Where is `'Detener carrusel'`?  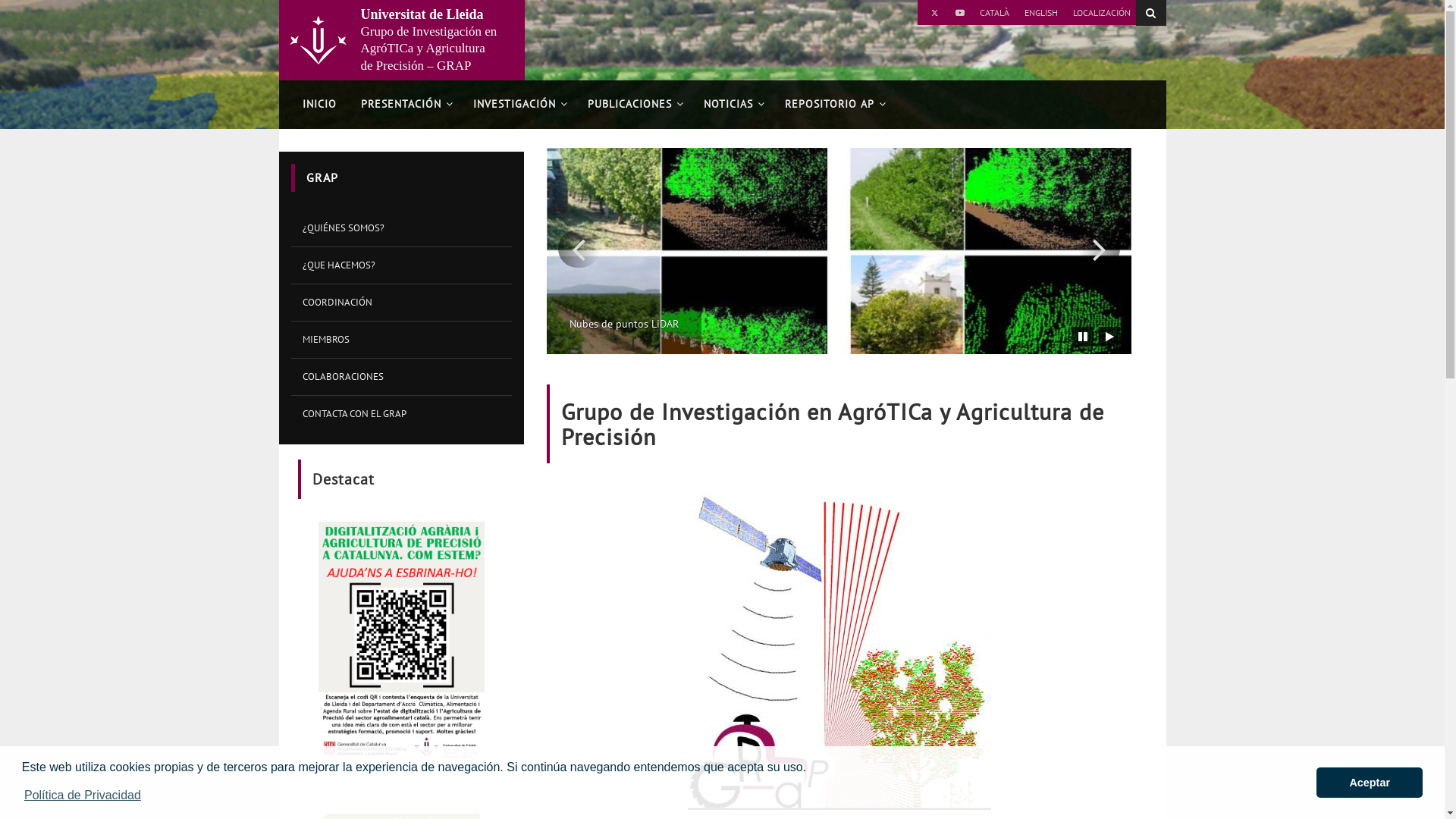 'Detener carrusel' is located at coordinates (1082, 335).